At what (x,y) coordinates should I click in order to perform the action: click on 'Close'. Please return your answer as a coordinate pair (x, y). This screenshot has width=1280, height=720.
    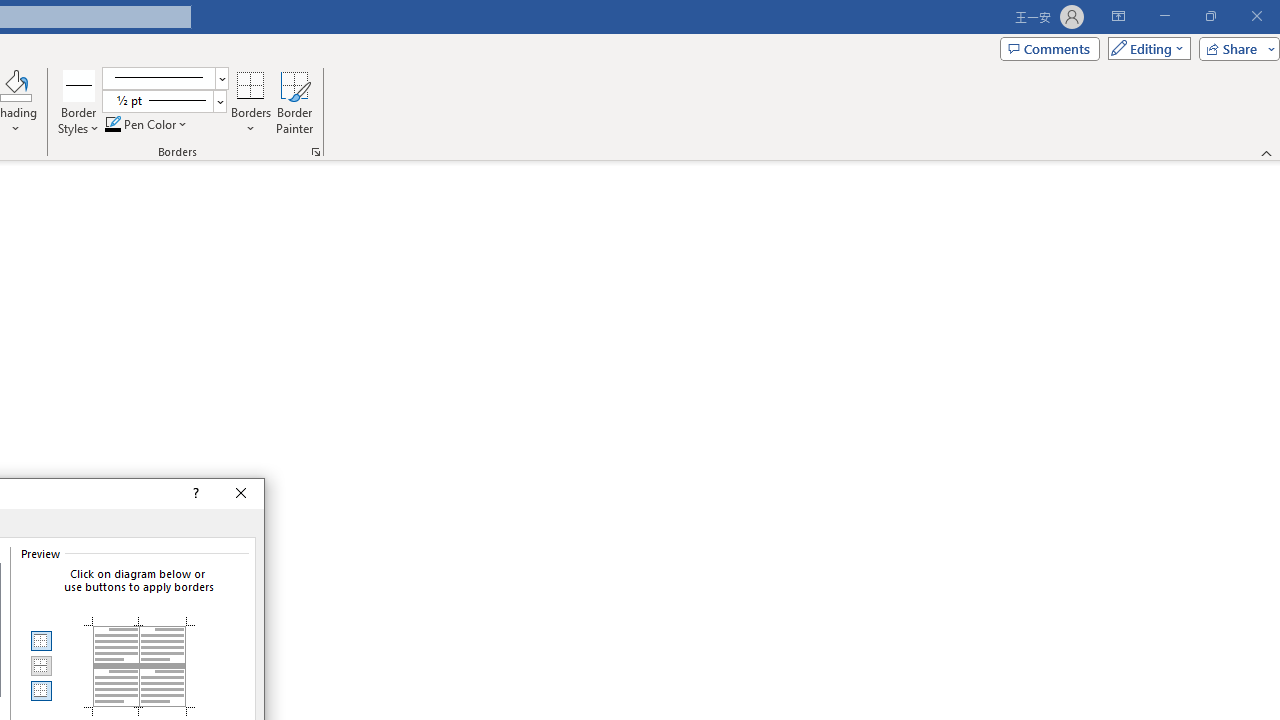
    Looking at the image, I should click on (240, 493).